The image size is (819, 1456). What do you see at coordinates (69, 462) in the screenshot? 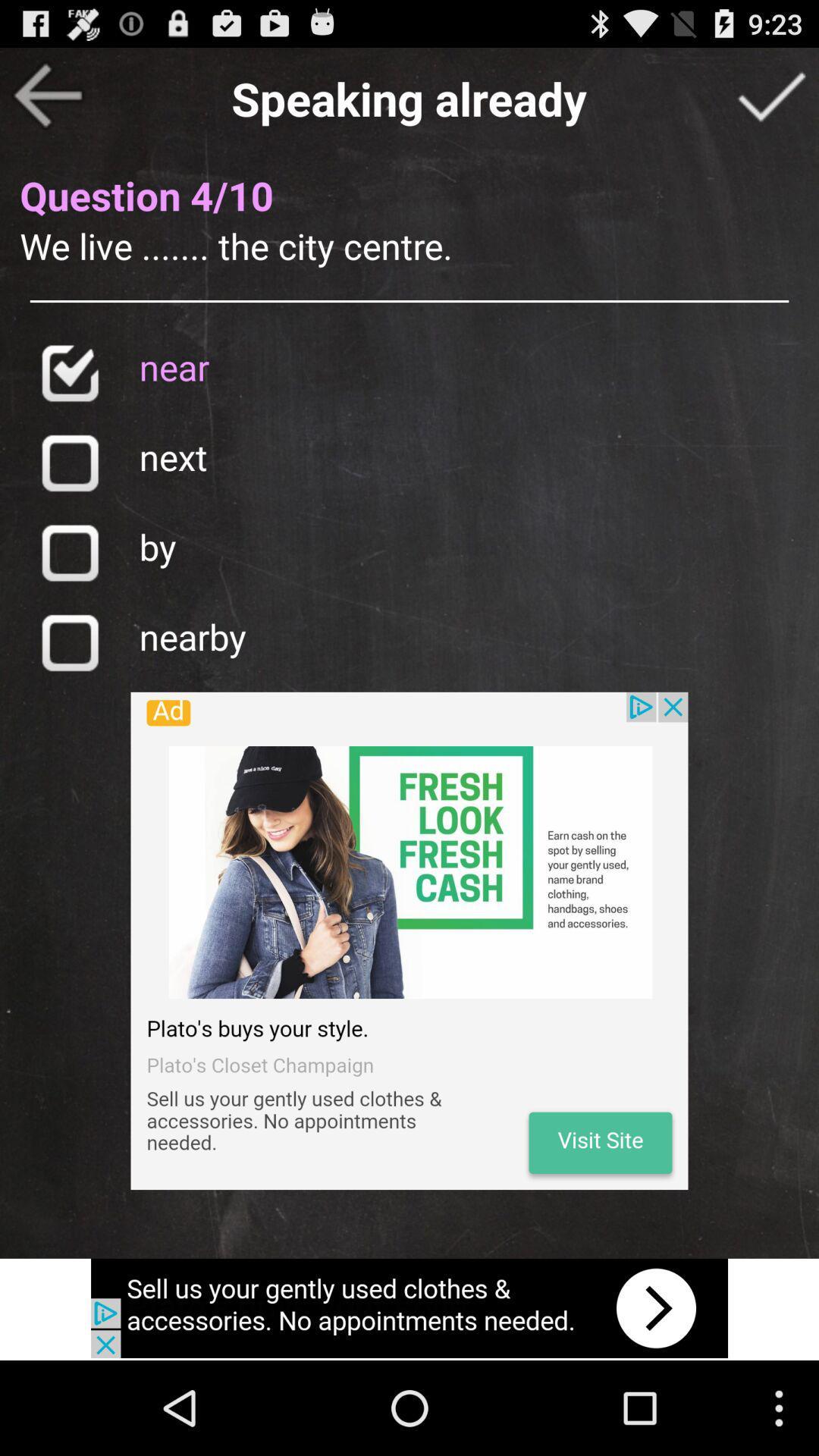
I see `next` at bounding box center [69, 462].